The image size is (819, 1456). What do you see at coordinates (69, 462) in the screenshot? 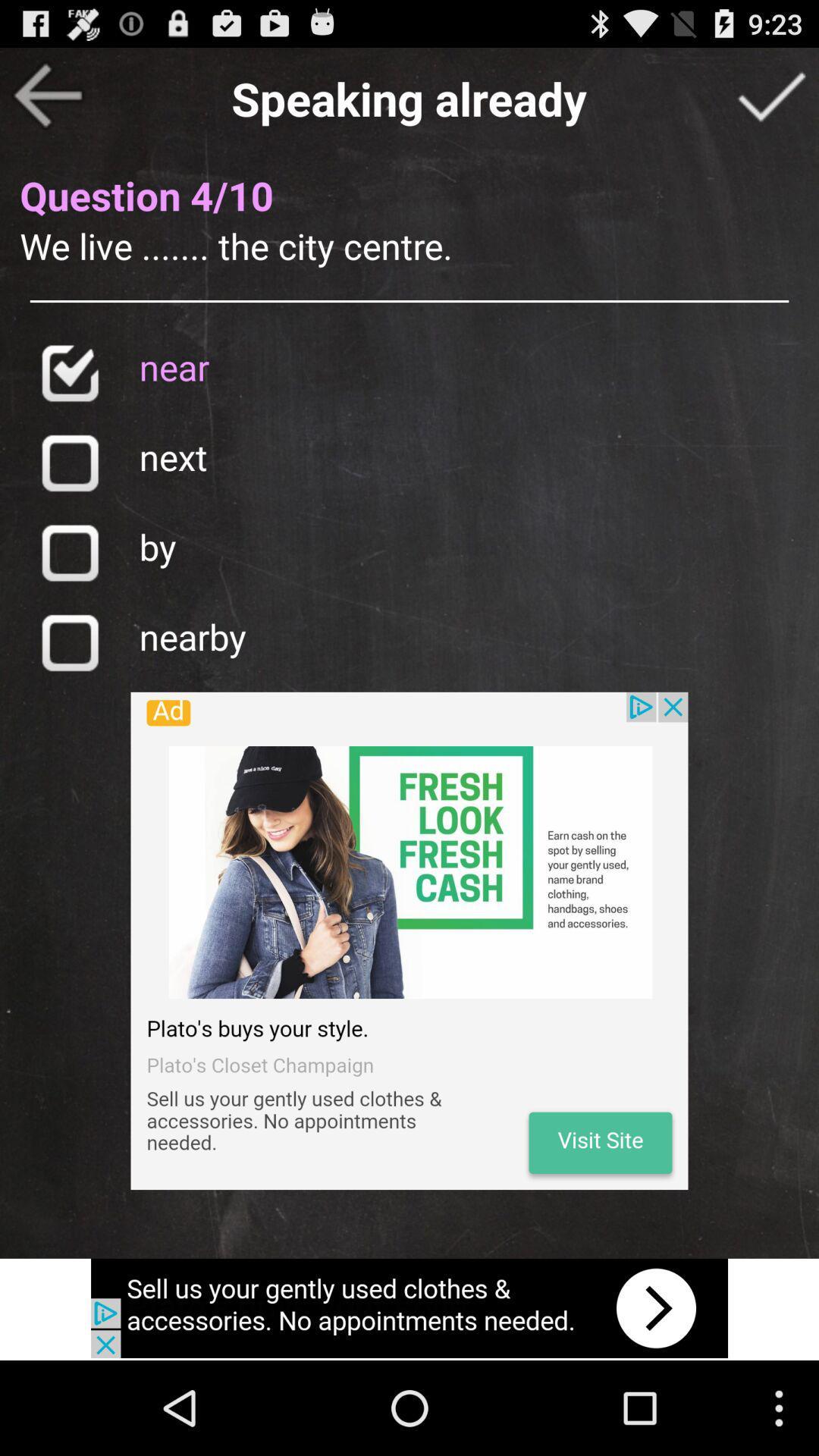
I see `next` at bounding box center [69, 462].